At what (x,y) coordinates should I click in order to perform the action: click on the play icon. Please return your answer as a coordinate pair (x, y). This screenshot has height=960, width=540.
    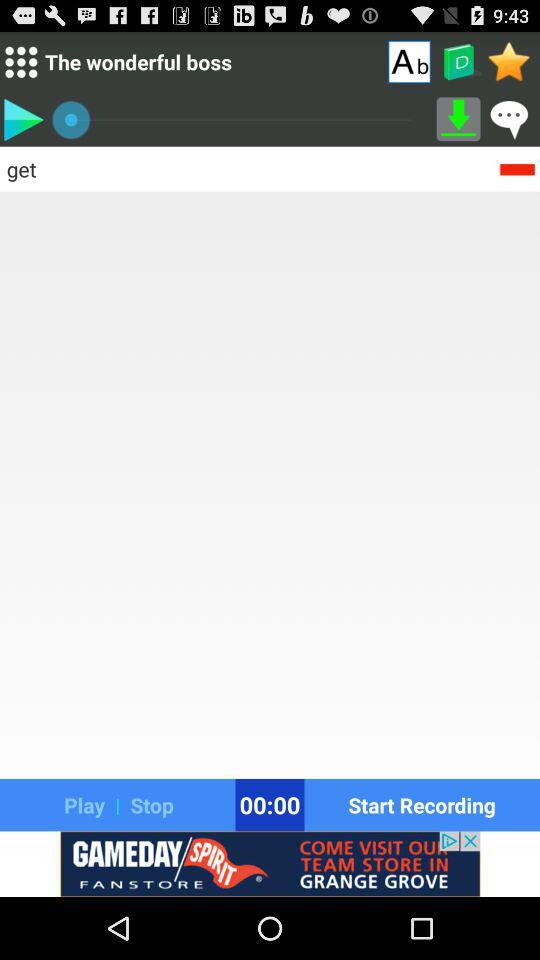
    Looking at the image, I should click on (22, 126).